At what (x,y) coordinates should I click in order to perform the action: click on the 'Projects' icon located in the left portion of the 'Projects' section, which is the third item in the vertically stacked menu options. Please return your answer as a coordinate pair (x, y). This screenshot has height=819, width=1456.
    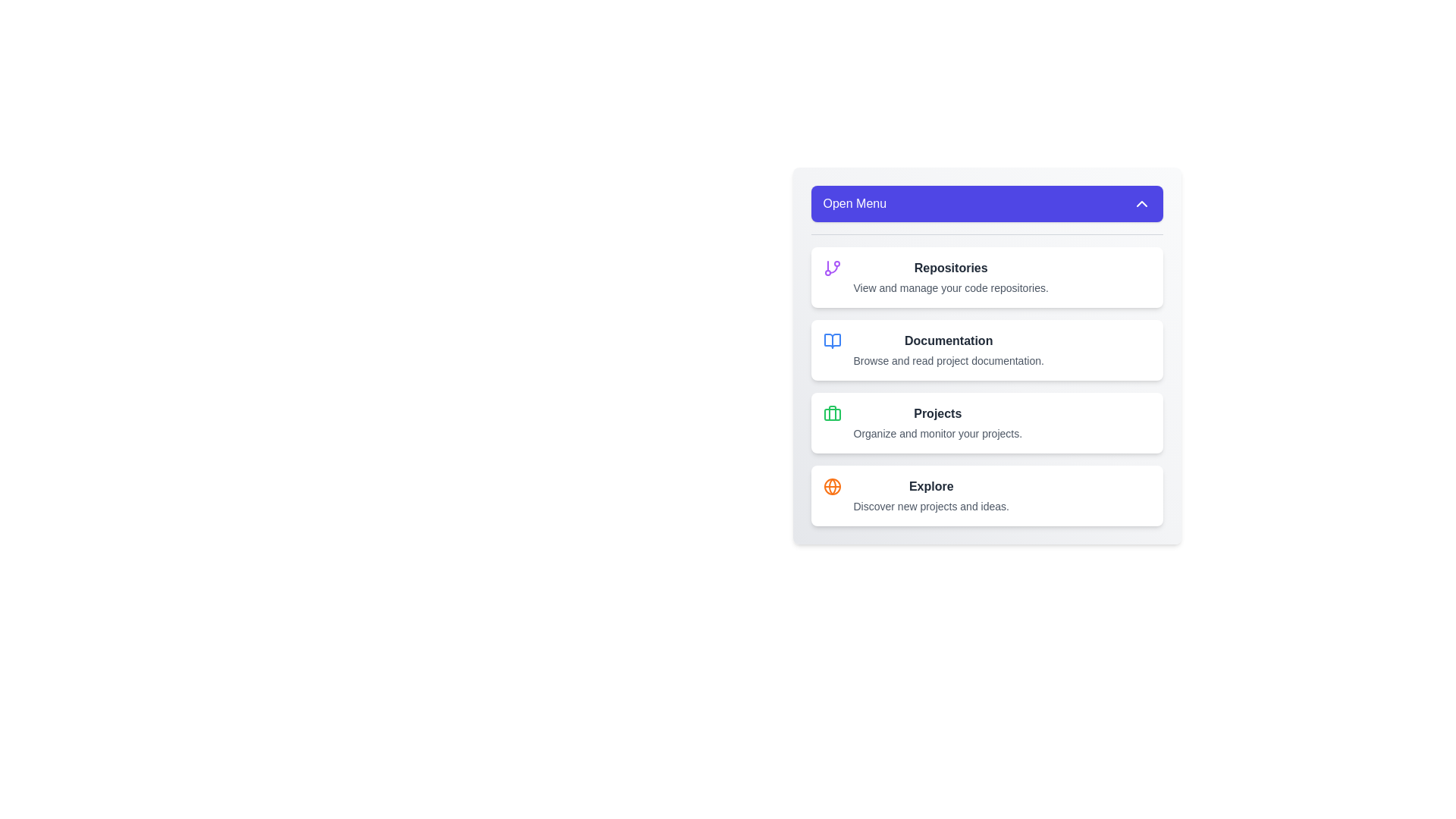
    Looking at the image, I should click on (831, 414).